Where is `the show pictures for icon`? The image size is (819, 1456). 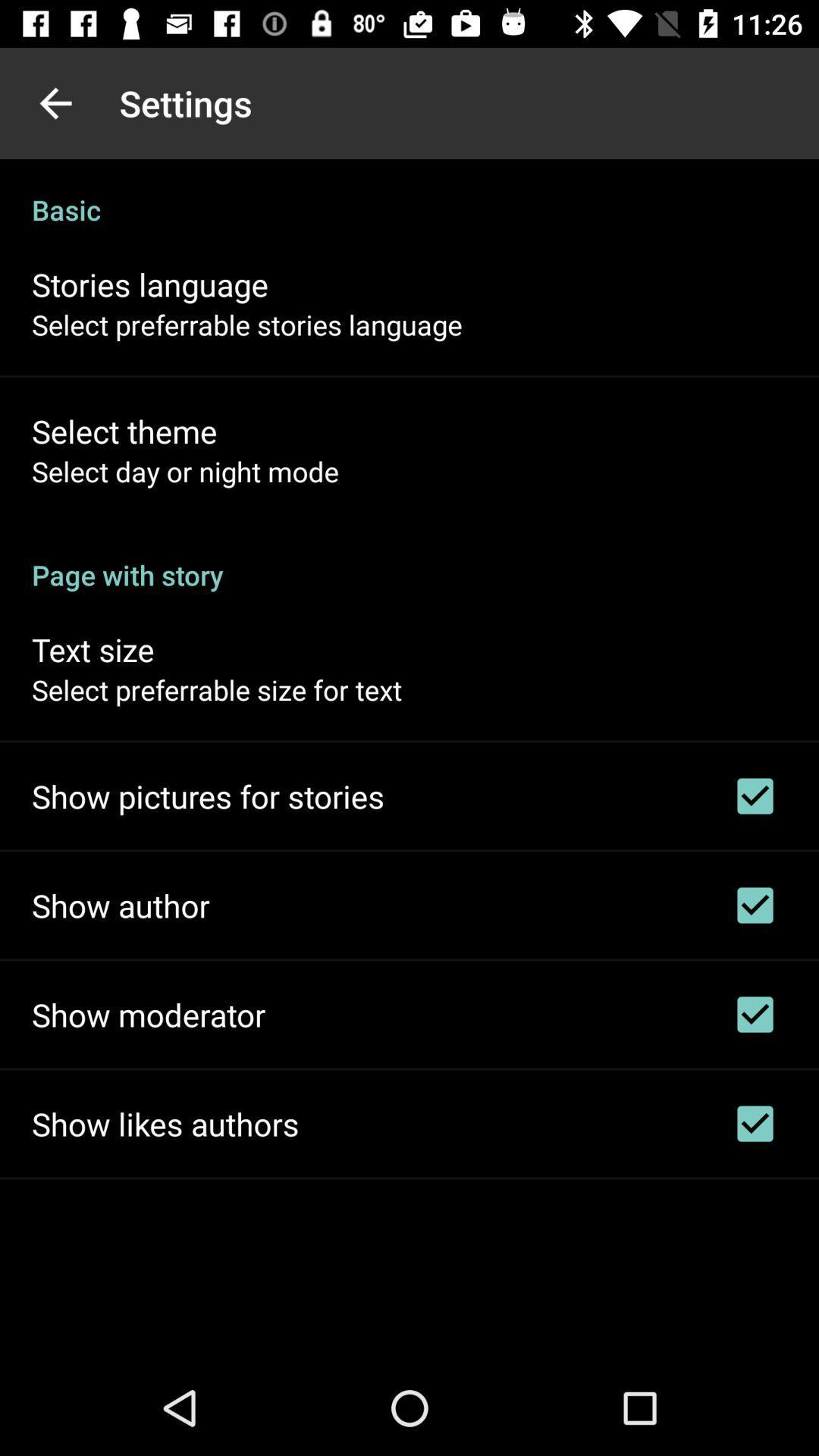
the show pictures for icon is located at coordinates (208, 795).